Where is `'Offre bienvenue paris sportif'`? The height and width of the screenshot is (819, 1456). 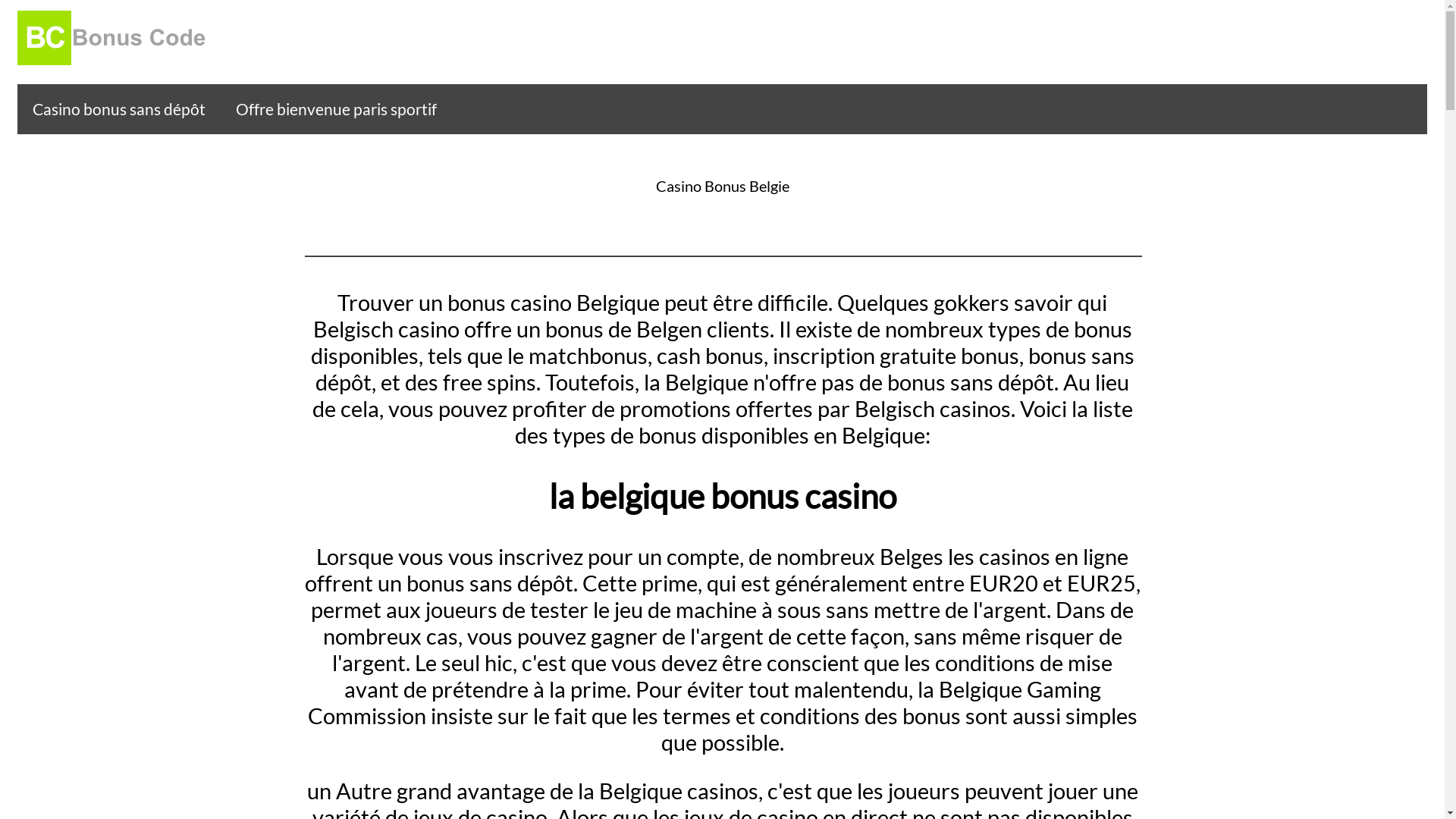 'Offre bienvenue paris sportif' is located at coordinates (335, 108).